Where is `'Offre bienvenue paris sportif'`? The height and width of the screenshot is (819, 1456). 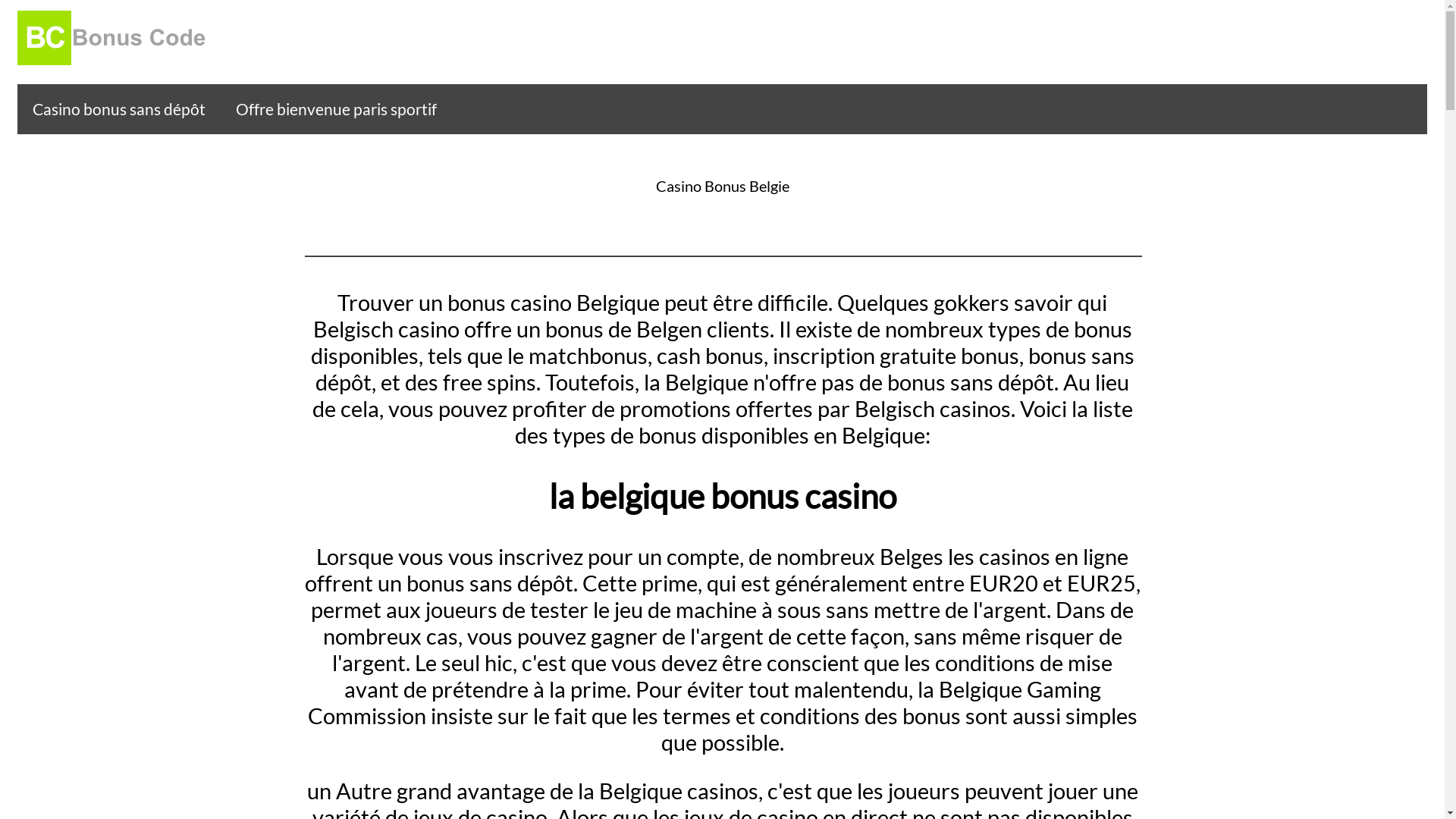 'Offre bienvenue paris sportif' is located at coordinates (335, 108).